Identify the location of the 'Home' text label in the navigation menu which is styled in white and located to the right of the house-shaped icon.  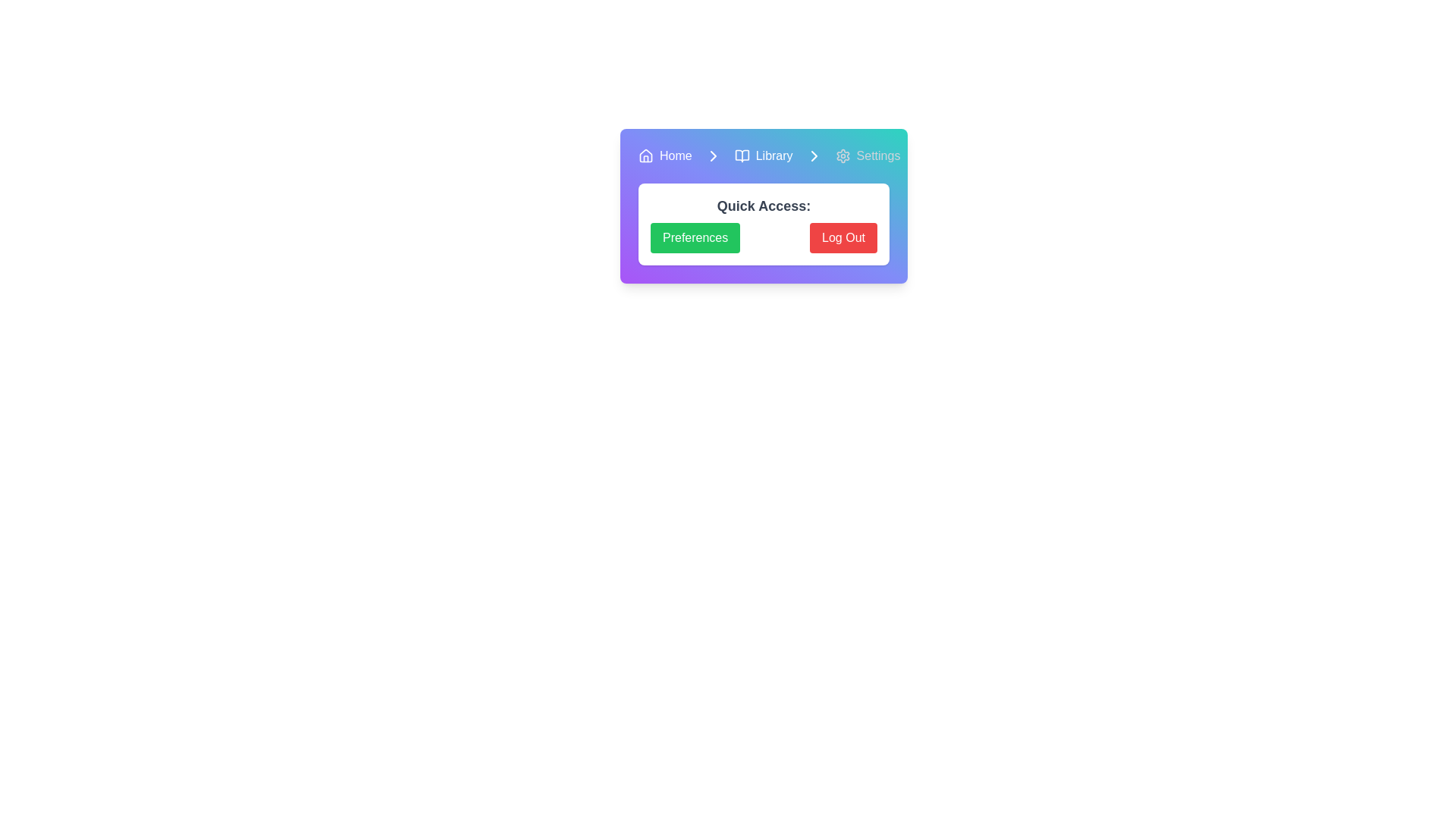
(675, 155).